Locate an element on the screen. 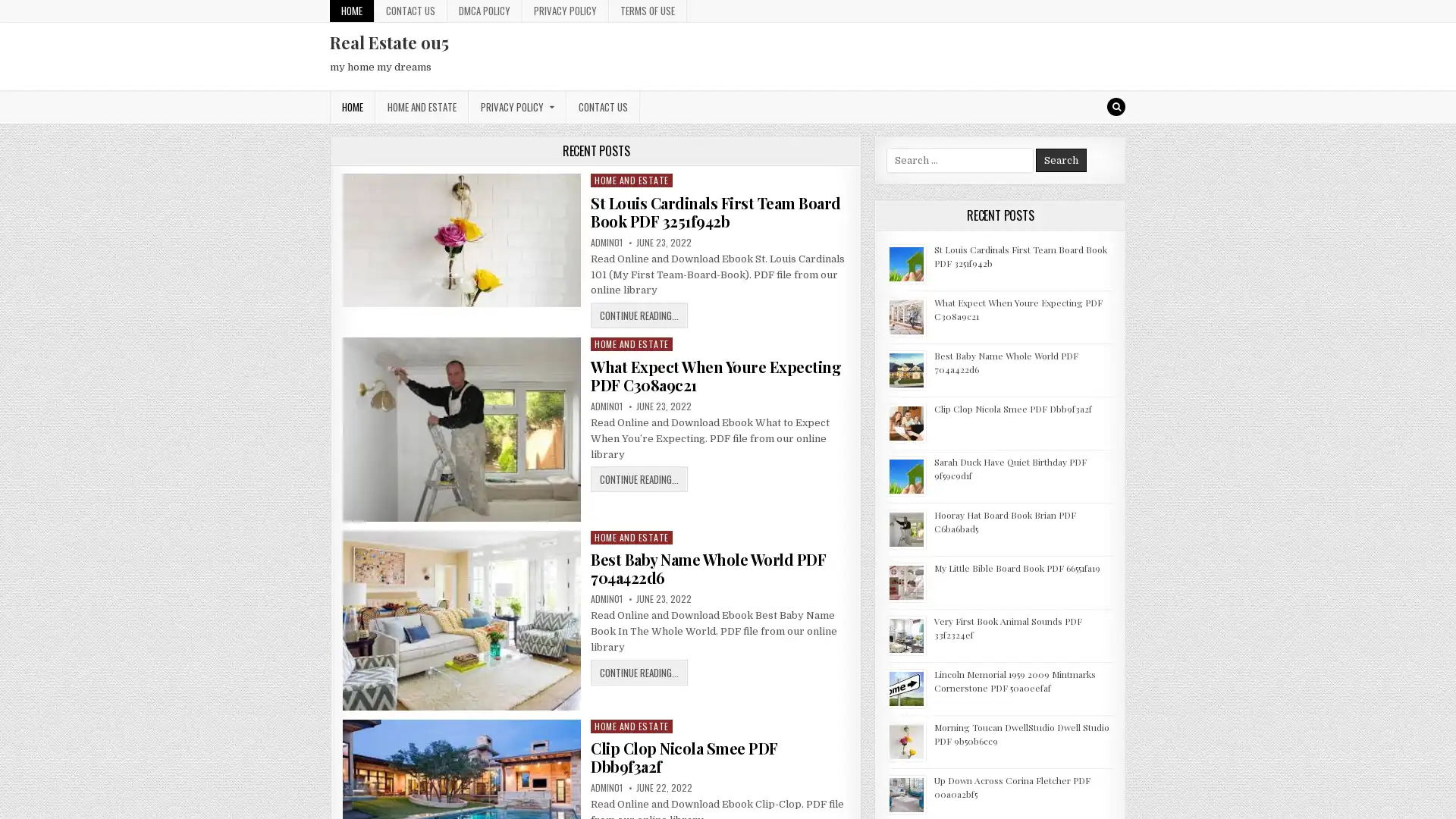 This screenshot has height=819, width=1456. Search is located at coordinates (1060, 160).